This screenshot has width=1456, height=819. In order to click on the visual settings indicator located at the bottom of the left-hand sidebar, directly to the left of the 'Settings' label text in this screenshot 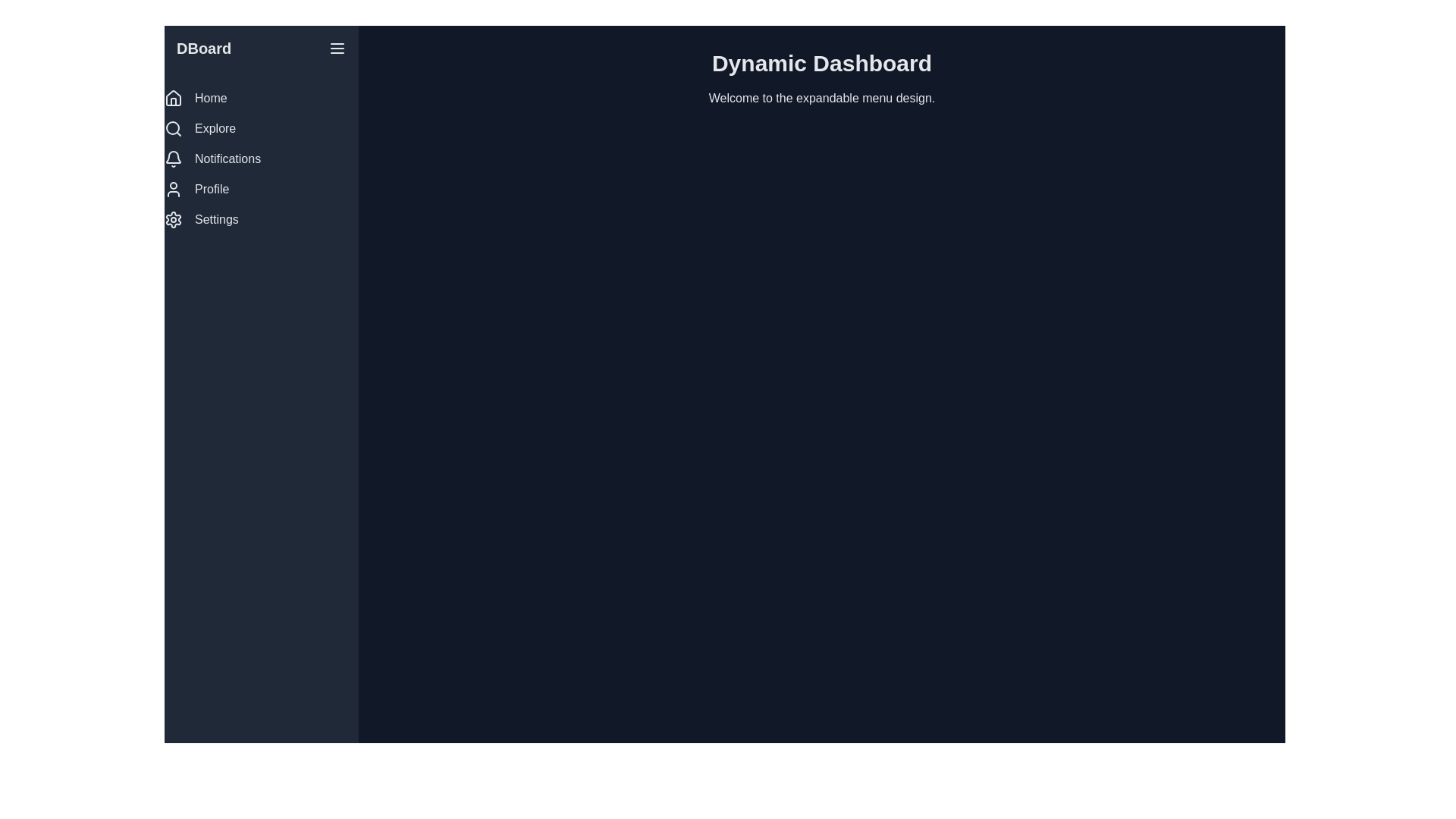, I will do `click(174, 219)`.